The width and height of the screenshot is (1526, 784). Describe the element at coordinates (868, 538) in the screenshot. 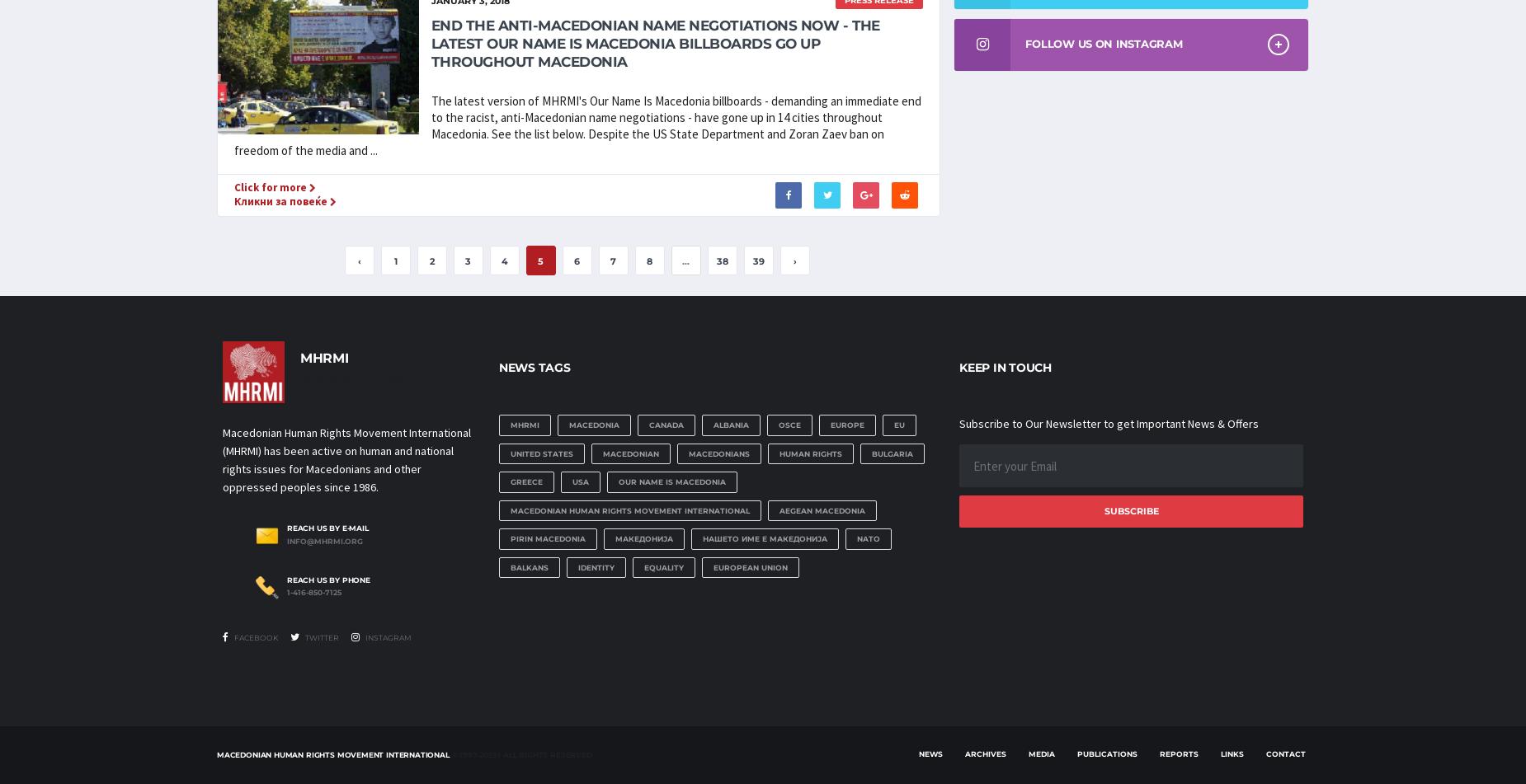

I see `'NATO'` at that location.